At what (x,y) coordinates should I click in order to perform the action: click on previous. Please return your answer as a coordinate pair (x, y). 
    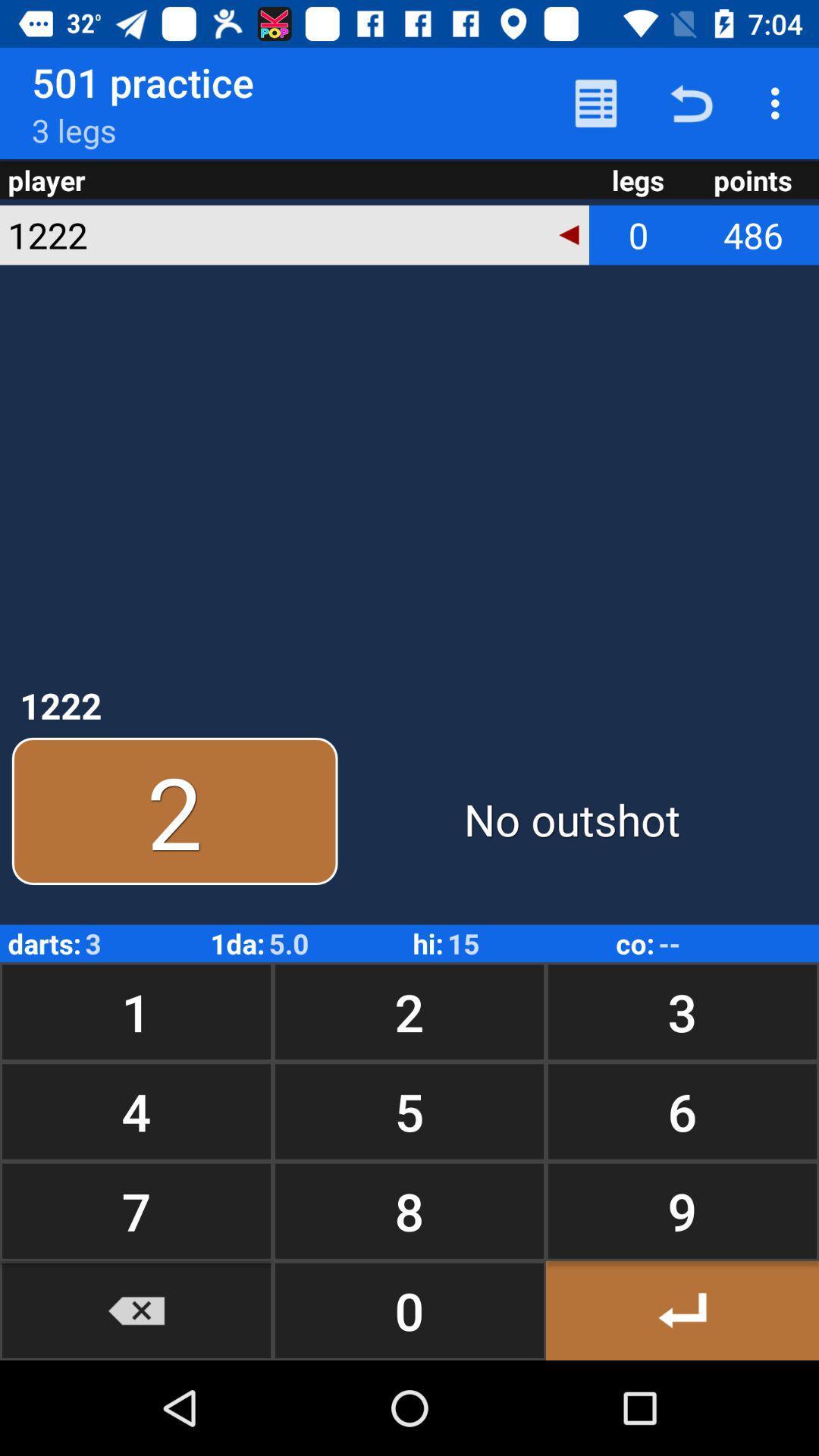
    Looking at the image, I should click on (681, 1310).